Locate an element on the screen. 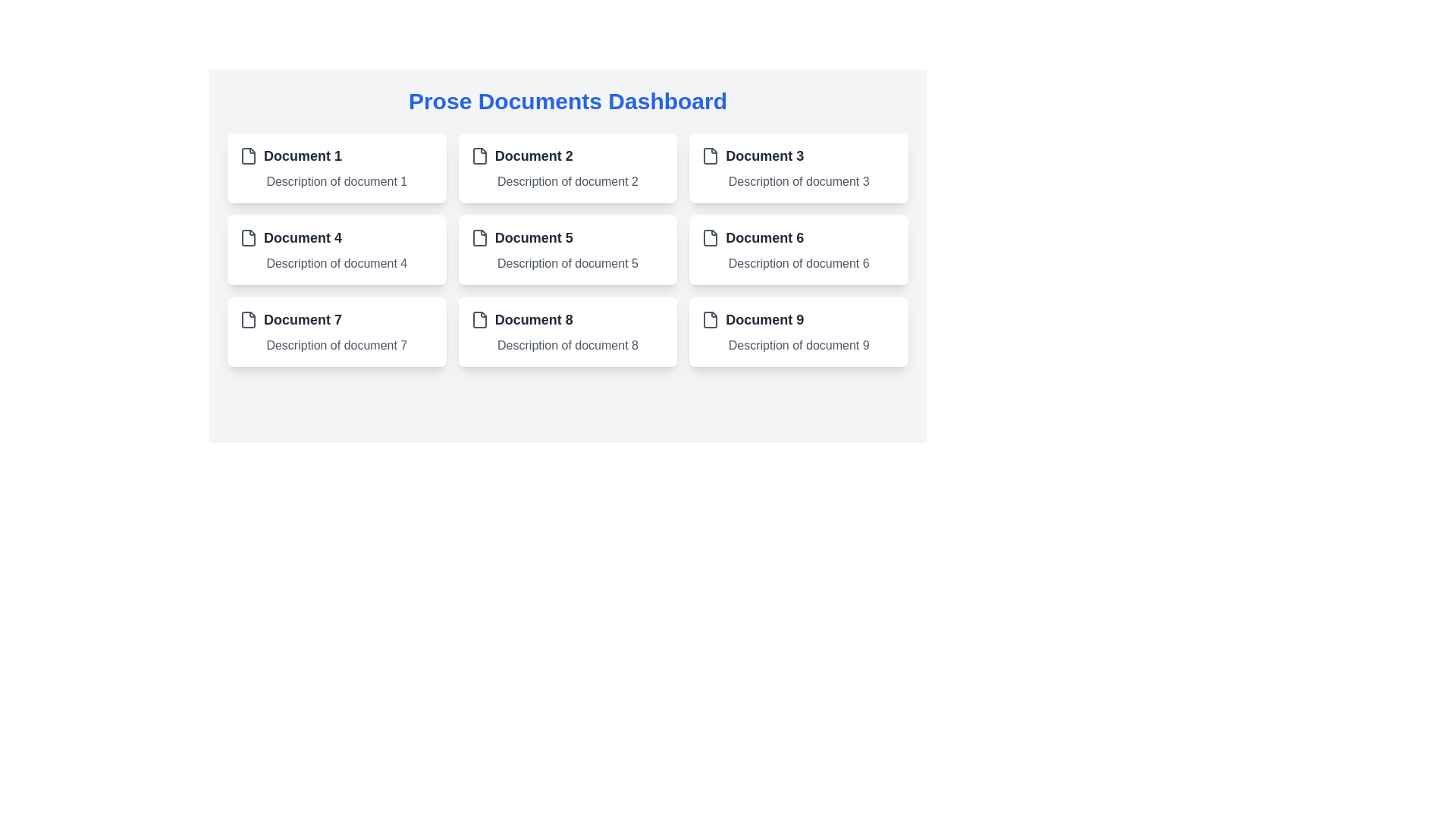 This screenshot has width=1456, height=819. the black document icon with a red embellishment located in the top-left corner of the interface inside the 'Document 1' card is located at coordinates (248, 155).